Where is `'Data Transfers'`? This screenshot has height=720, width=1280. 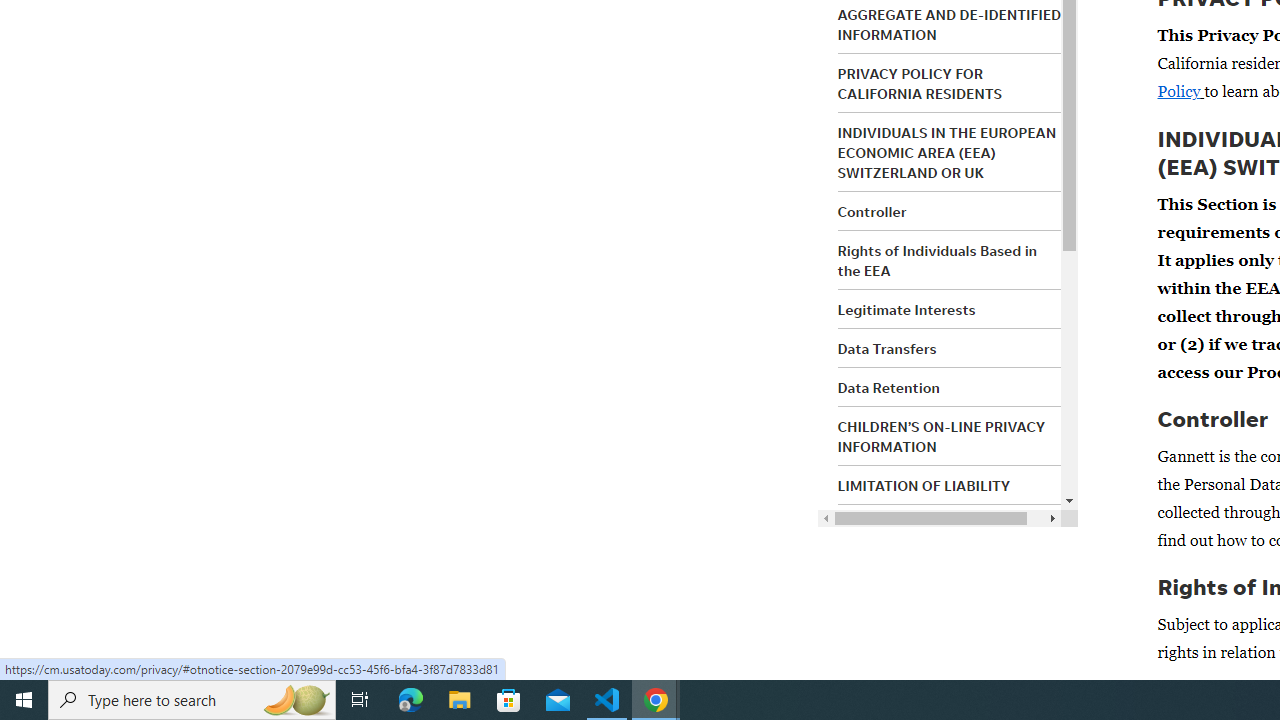 'Data Transfers' is located at coordinates (886, 347).